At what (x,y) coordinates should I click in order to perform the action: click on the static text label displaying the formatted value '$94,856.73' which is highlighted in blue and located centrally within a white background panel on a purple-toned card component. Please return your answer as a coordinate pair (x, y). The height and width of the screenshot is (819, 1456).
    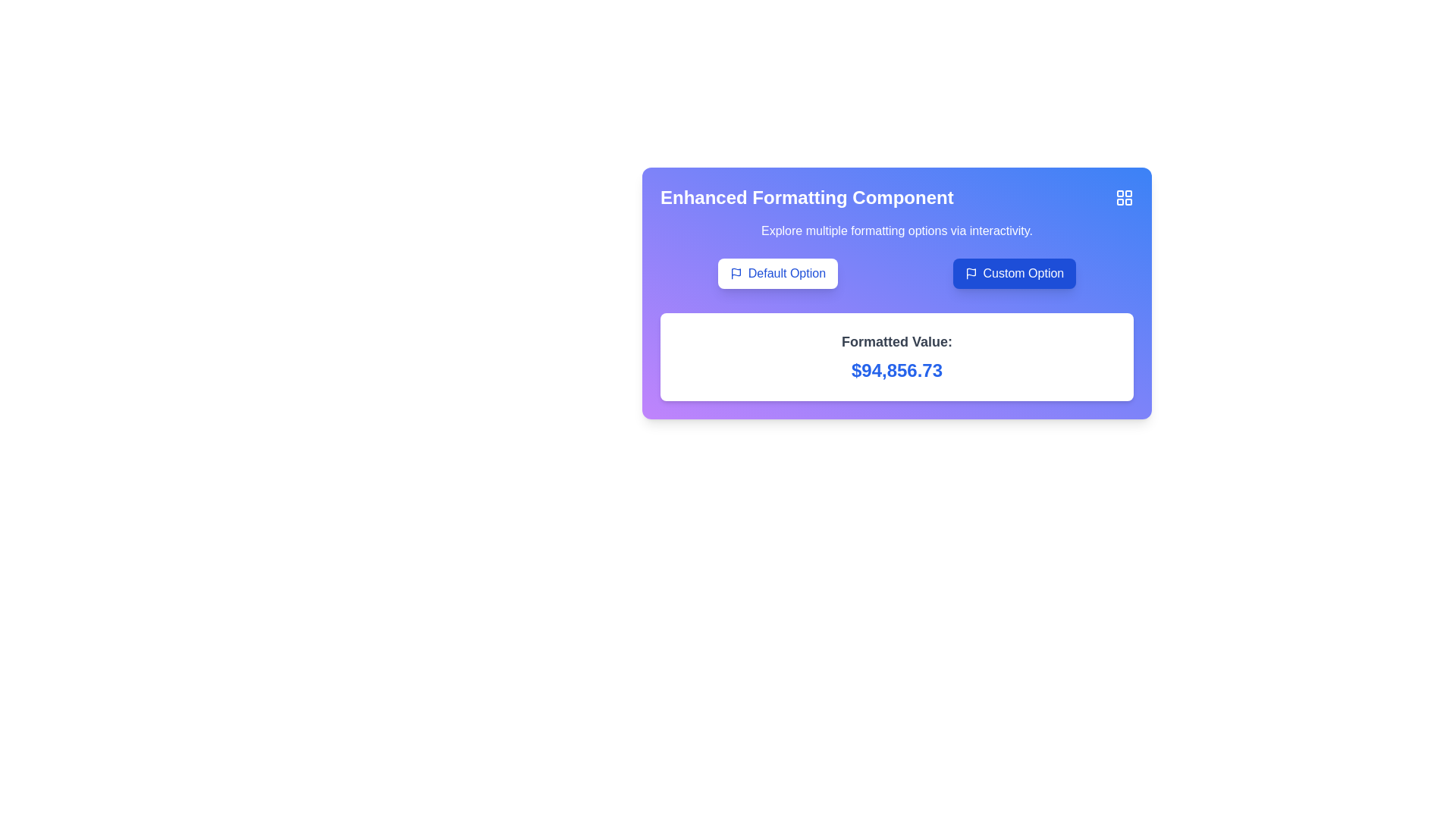
    Looking at the image, I should click on (896, 356).